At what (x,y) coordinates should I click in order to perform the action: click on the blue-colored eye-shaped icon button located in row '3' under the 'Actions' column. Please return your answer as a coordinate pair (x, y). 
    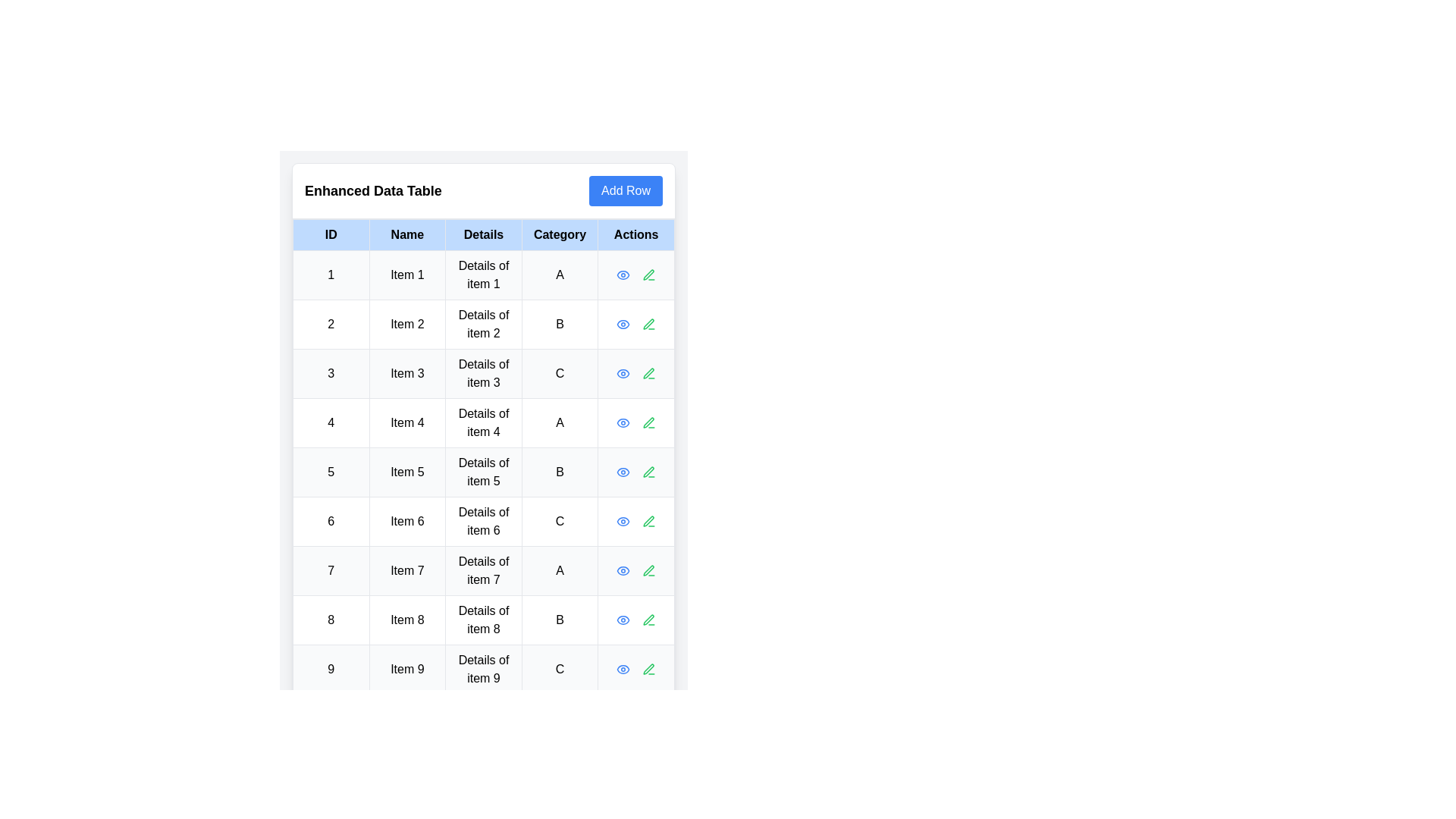
    Looking at the image, I should click on (623, 374).